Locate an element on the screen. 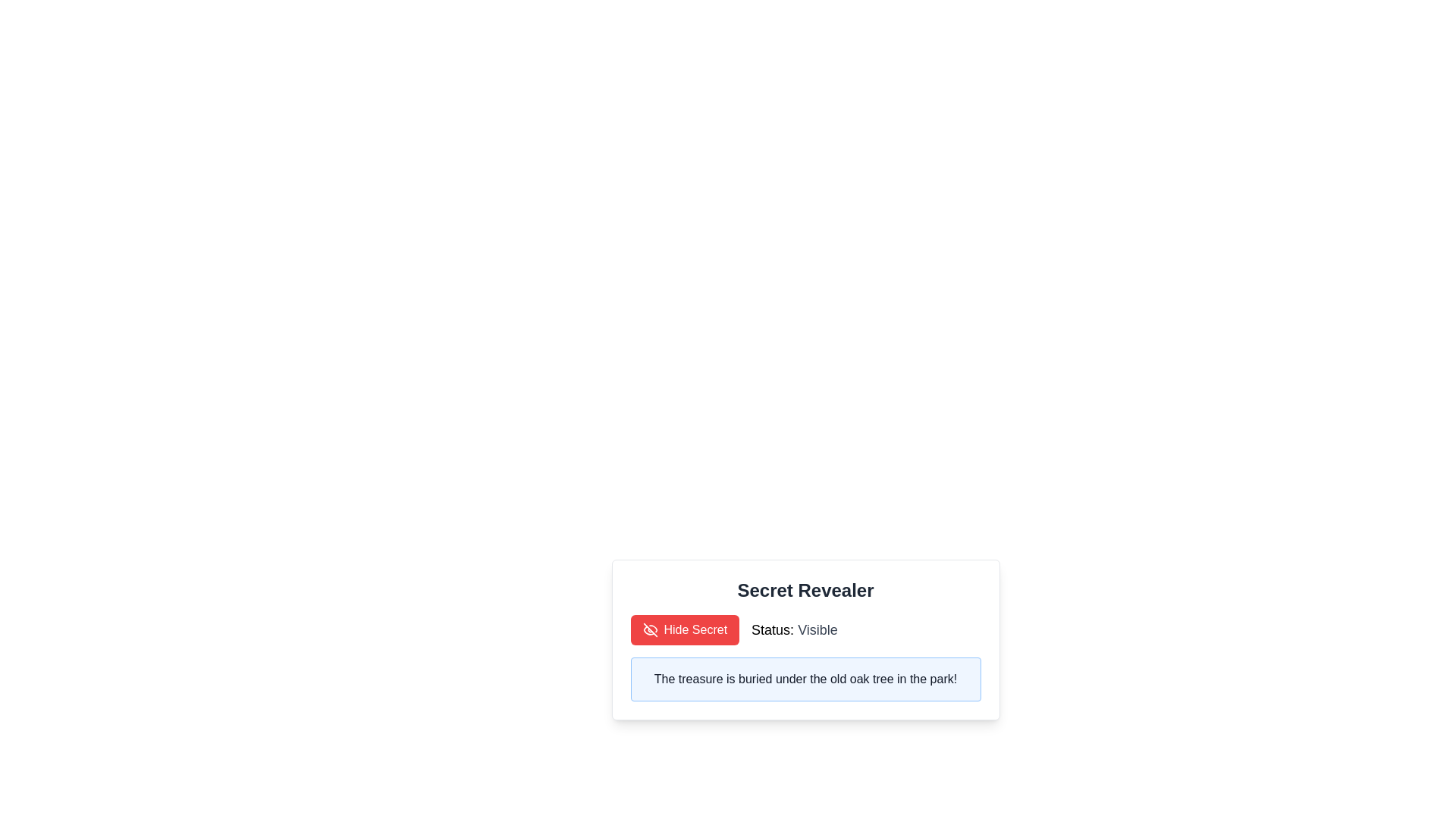 The image size is (1456, 819). the text label displaying 'Status: Visible', which is located to the right of the 'Hide Secret' button in a horizontal layout is located at coordinates (793, 629).